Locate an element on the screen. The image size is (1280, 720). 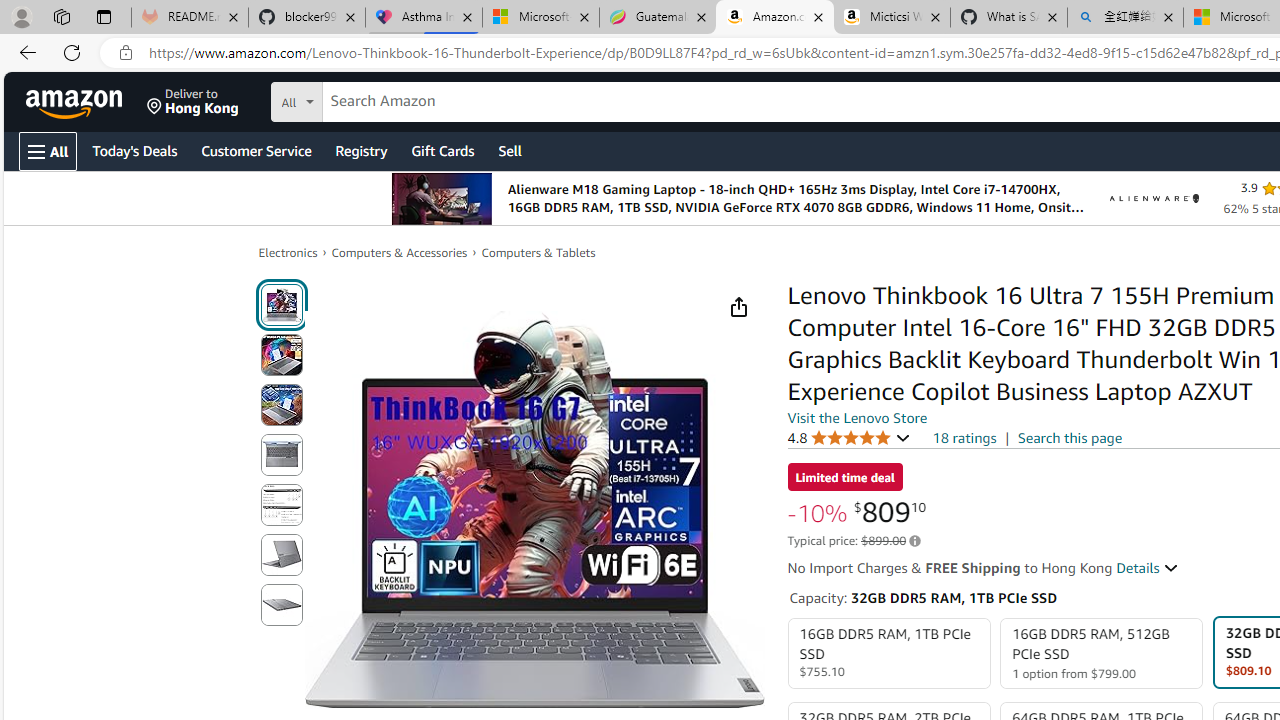
'16GB DDR5 RAM, 512GB PCIe SSD 1 option from $799.00' is located at coordinates (1101, 653).